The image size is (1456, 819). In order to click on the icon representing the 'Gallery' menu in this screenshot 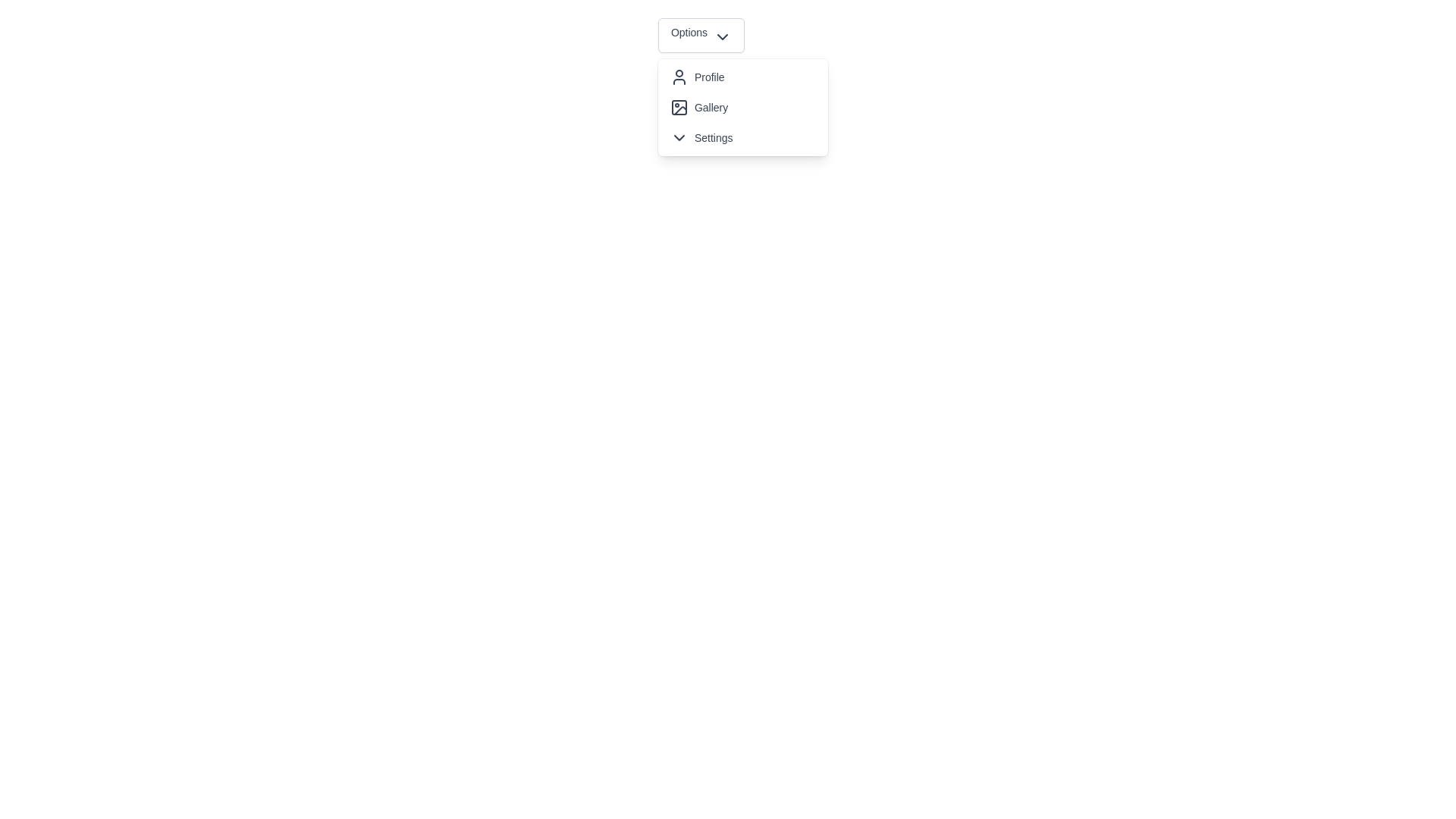, I will do `click(679, 110)`.